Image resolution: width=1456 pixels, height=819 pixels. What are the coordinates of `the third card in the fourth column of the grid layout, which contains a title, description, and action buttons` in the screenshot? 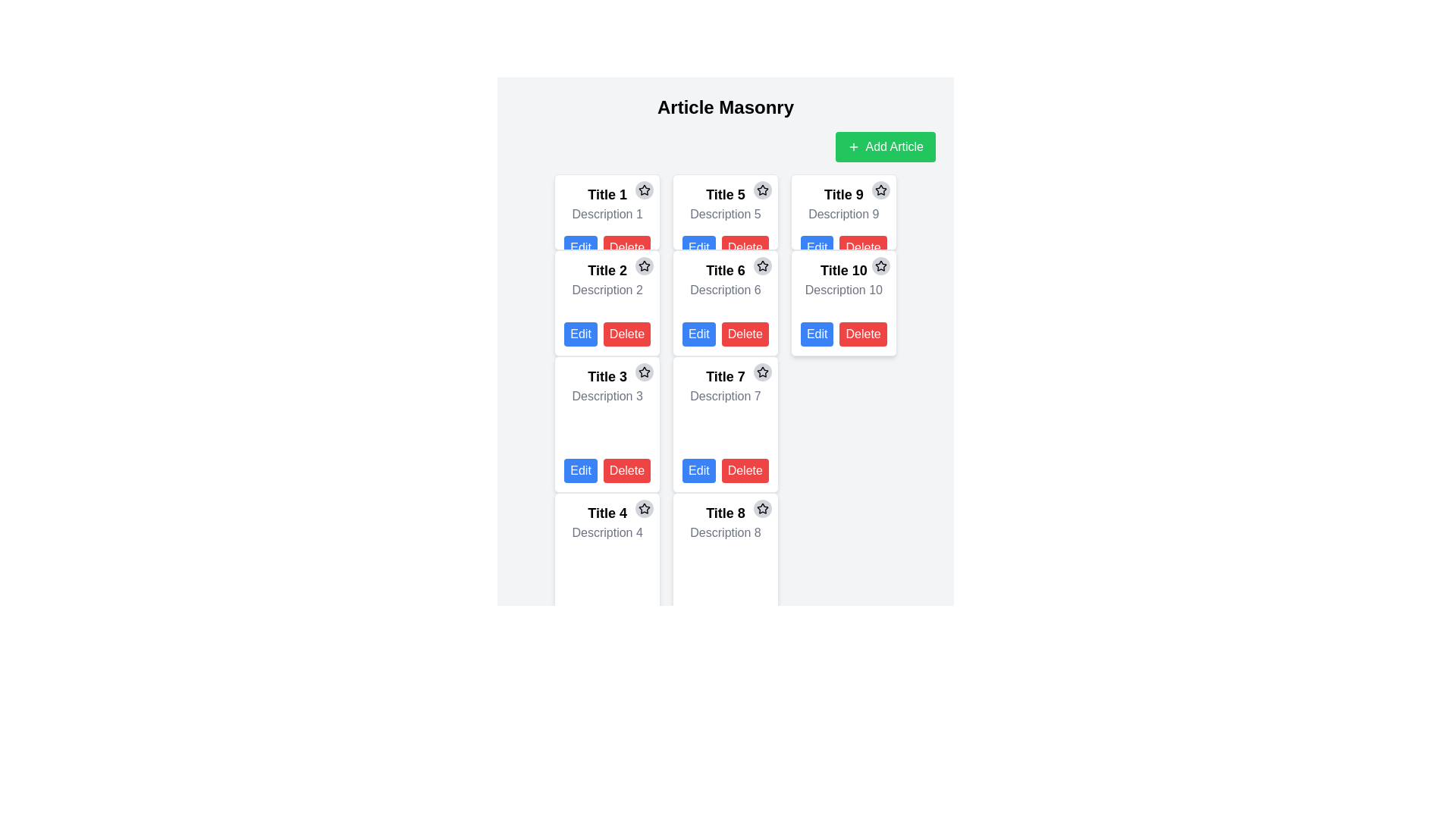 It's located at (843, 212).